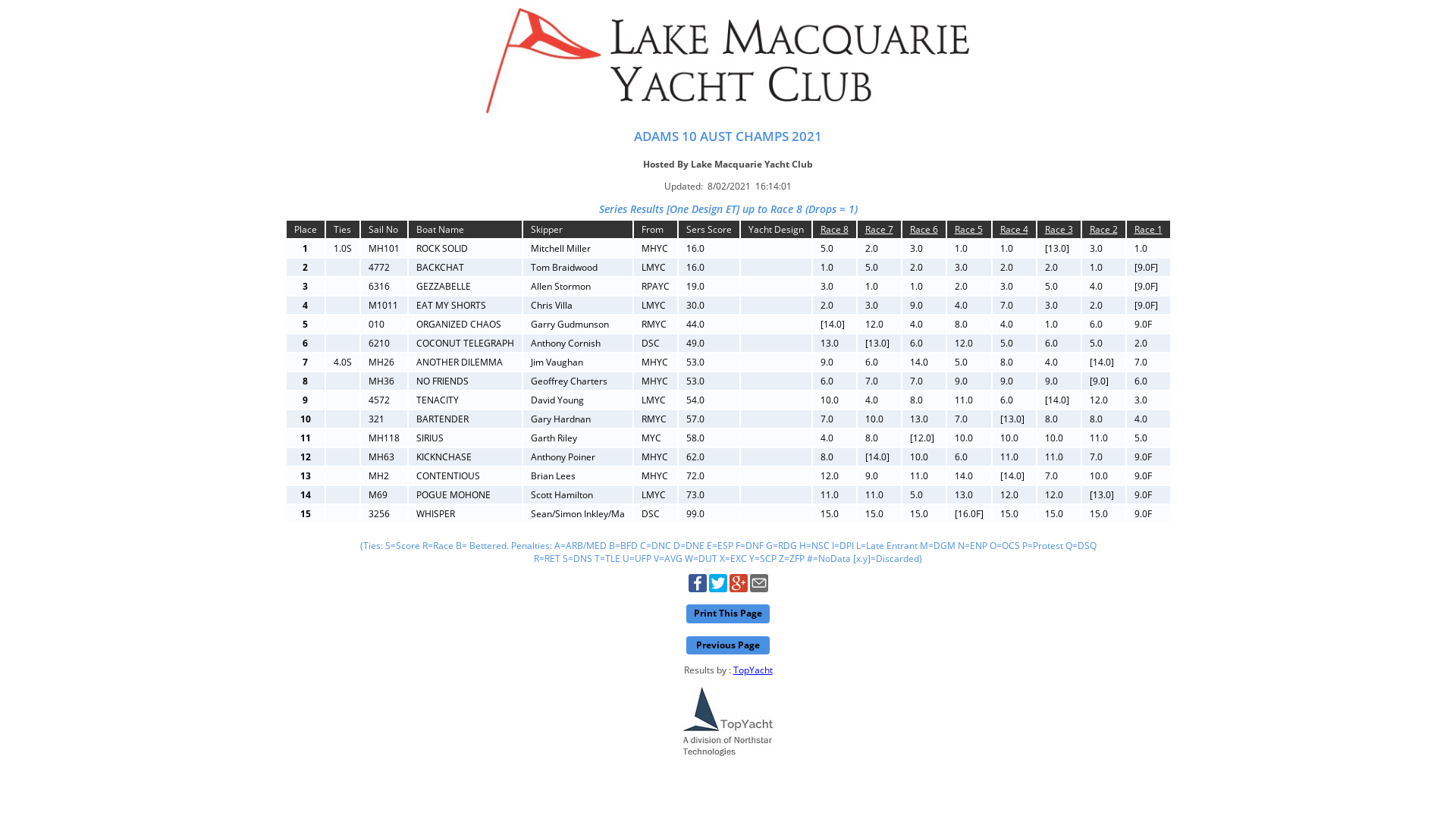  Describe the element at coordinates (1058, 229) in the screenshot. I see `'Race 3'` at that location.